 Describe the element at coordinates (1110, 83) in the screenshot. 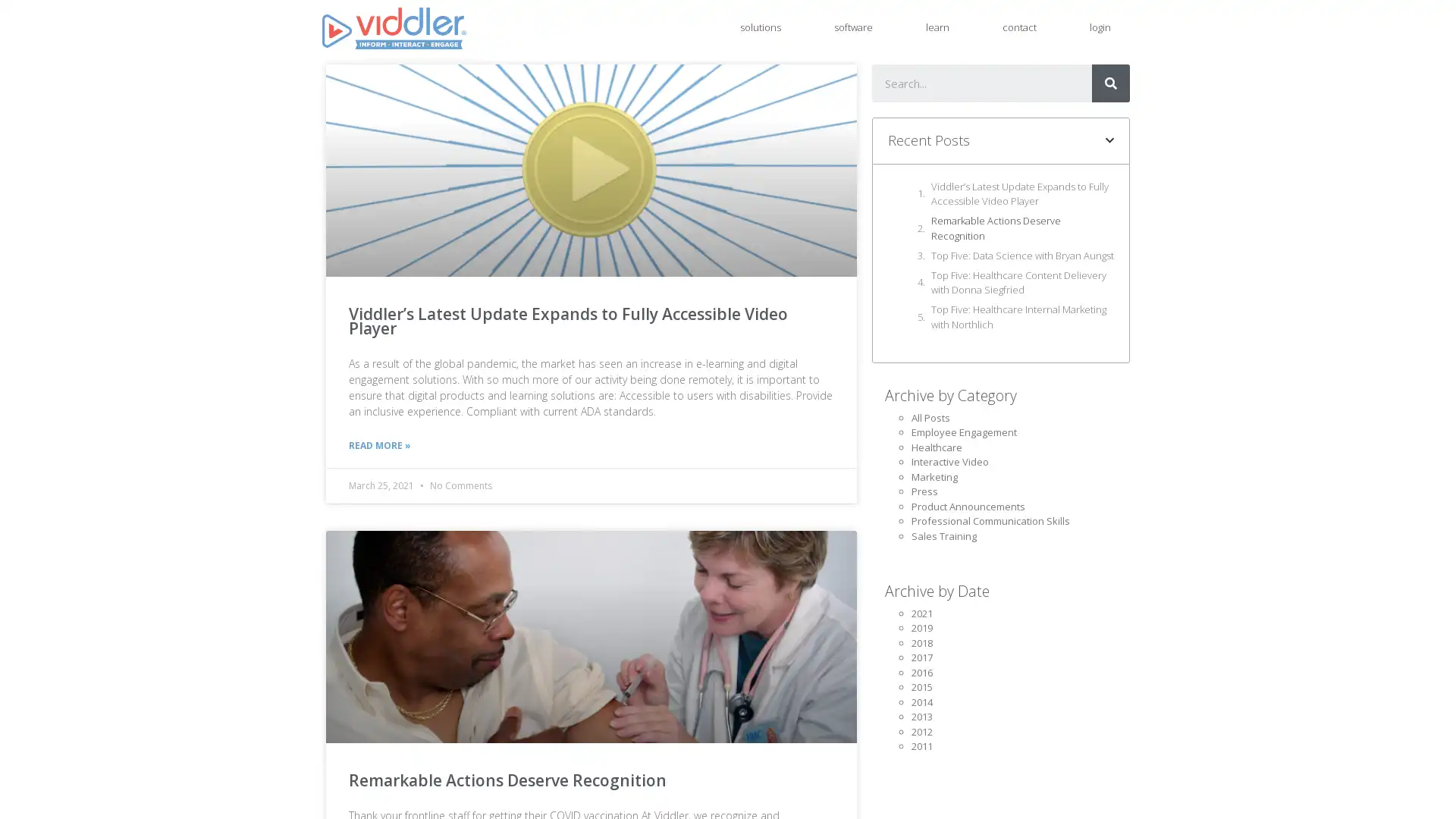

I see `Search` at that location.